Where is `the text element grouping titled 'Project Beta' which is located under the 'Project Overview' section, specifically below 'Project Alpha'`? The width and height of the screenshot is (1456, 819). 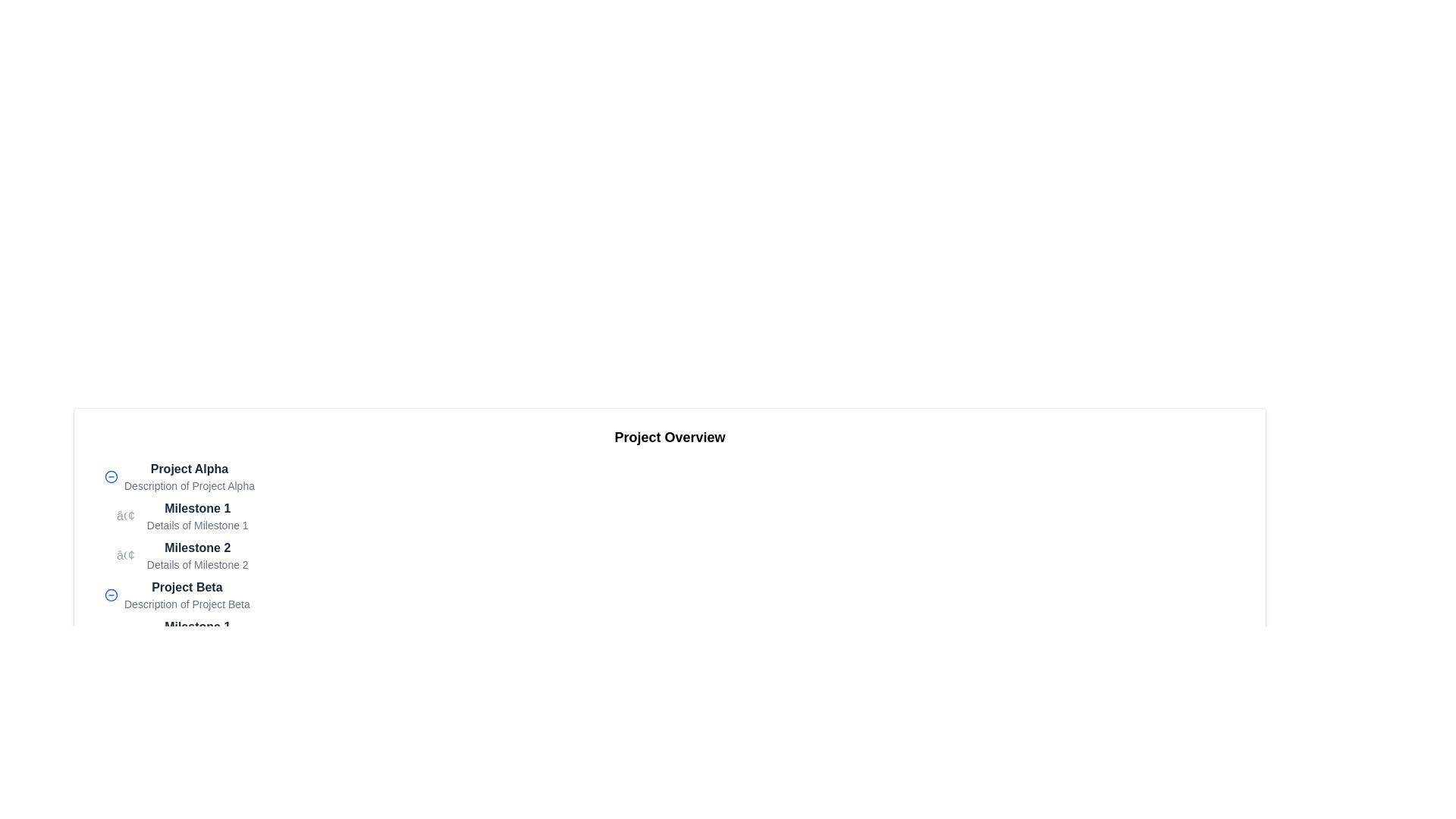 the text element grouping titled 'Project Beta' which is located under the 'Project Overview' section, specifically below 'Project Alpha' is located at coordinates (186, 595).